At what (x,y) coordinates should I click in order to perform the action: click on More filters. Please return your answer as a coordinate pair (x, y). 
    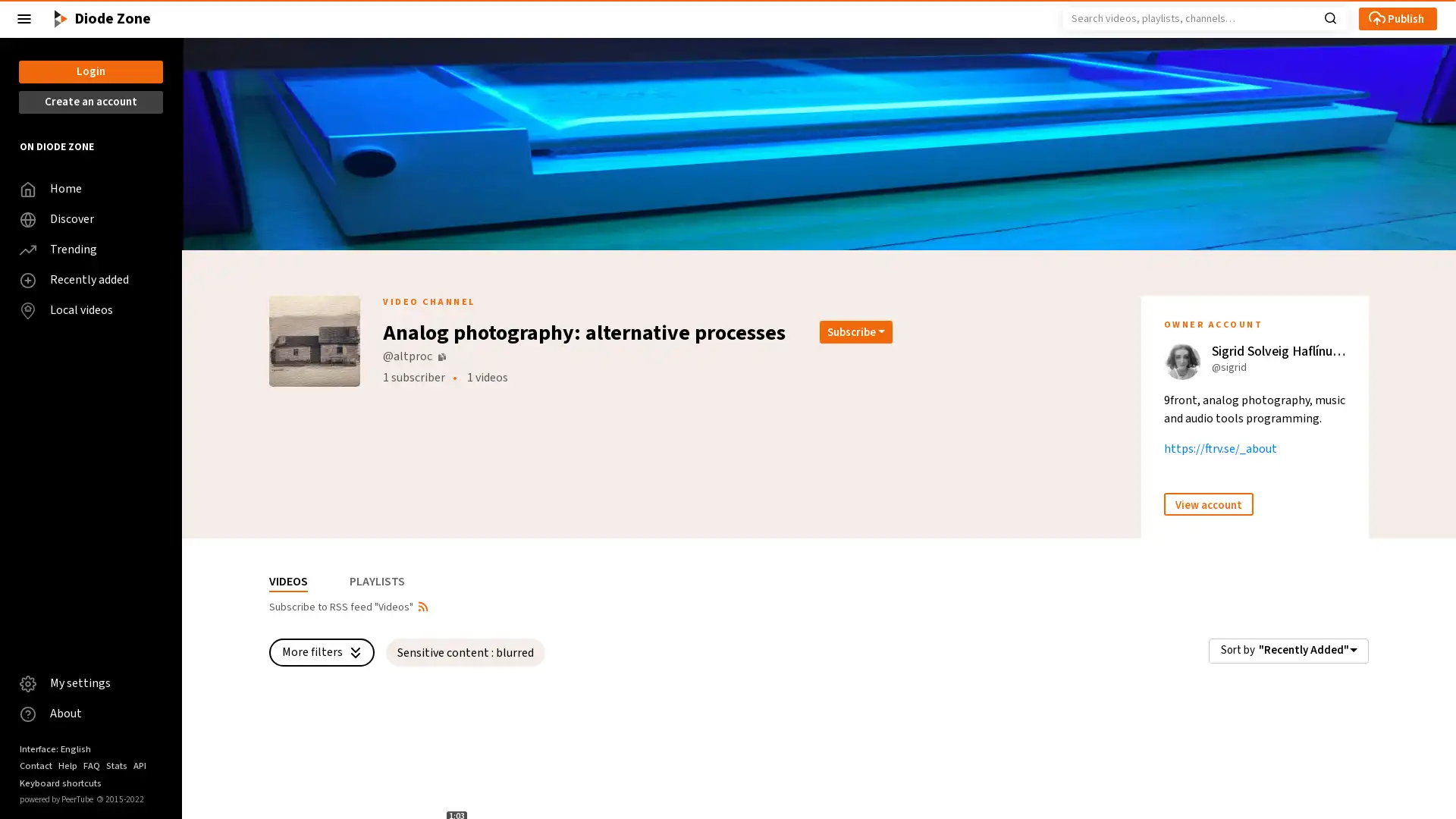
    Looking at the image, I should click on (321, 651).